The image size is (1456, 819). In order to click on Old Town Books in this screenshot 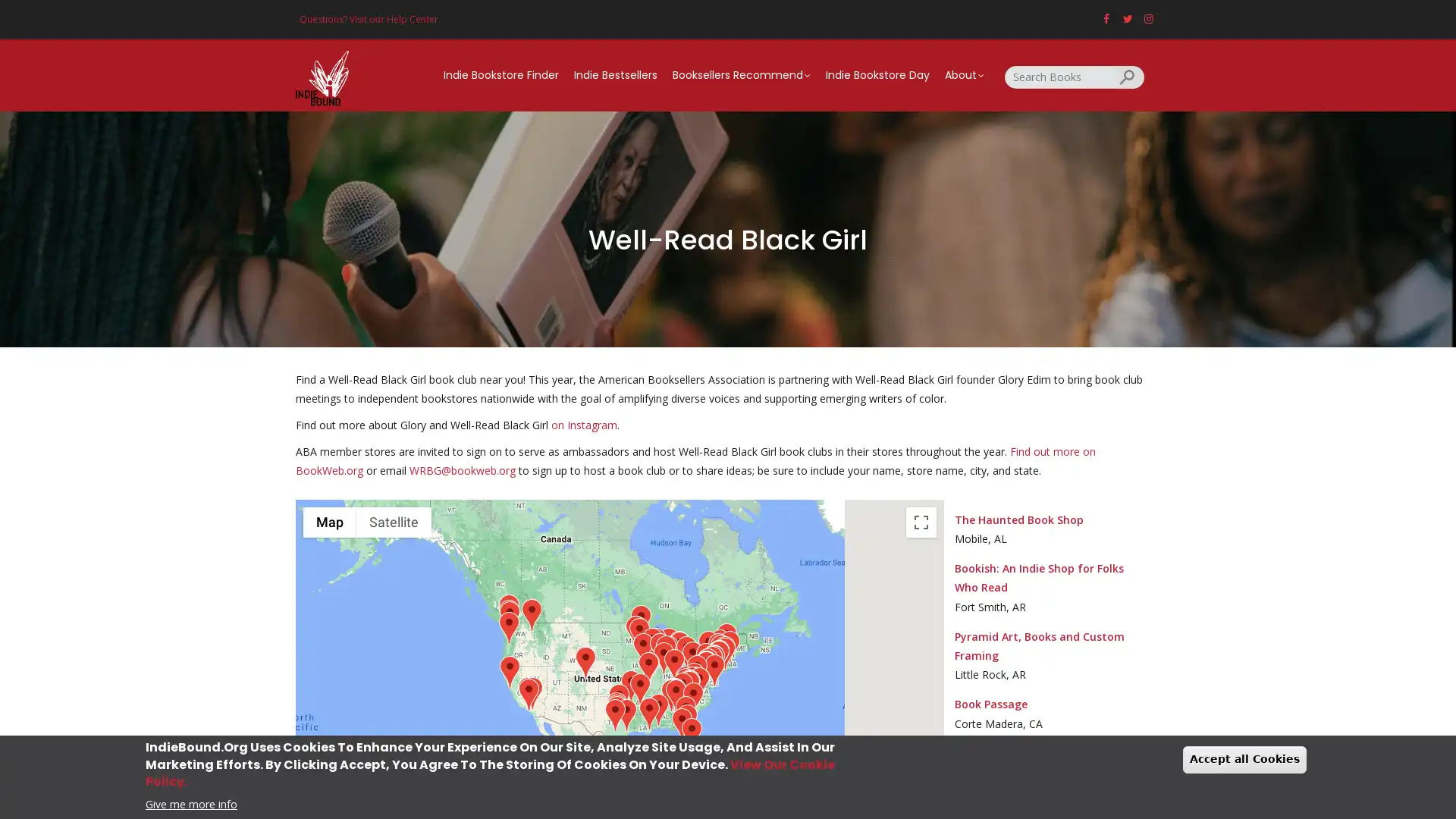, I will do `click(704, 666)`.